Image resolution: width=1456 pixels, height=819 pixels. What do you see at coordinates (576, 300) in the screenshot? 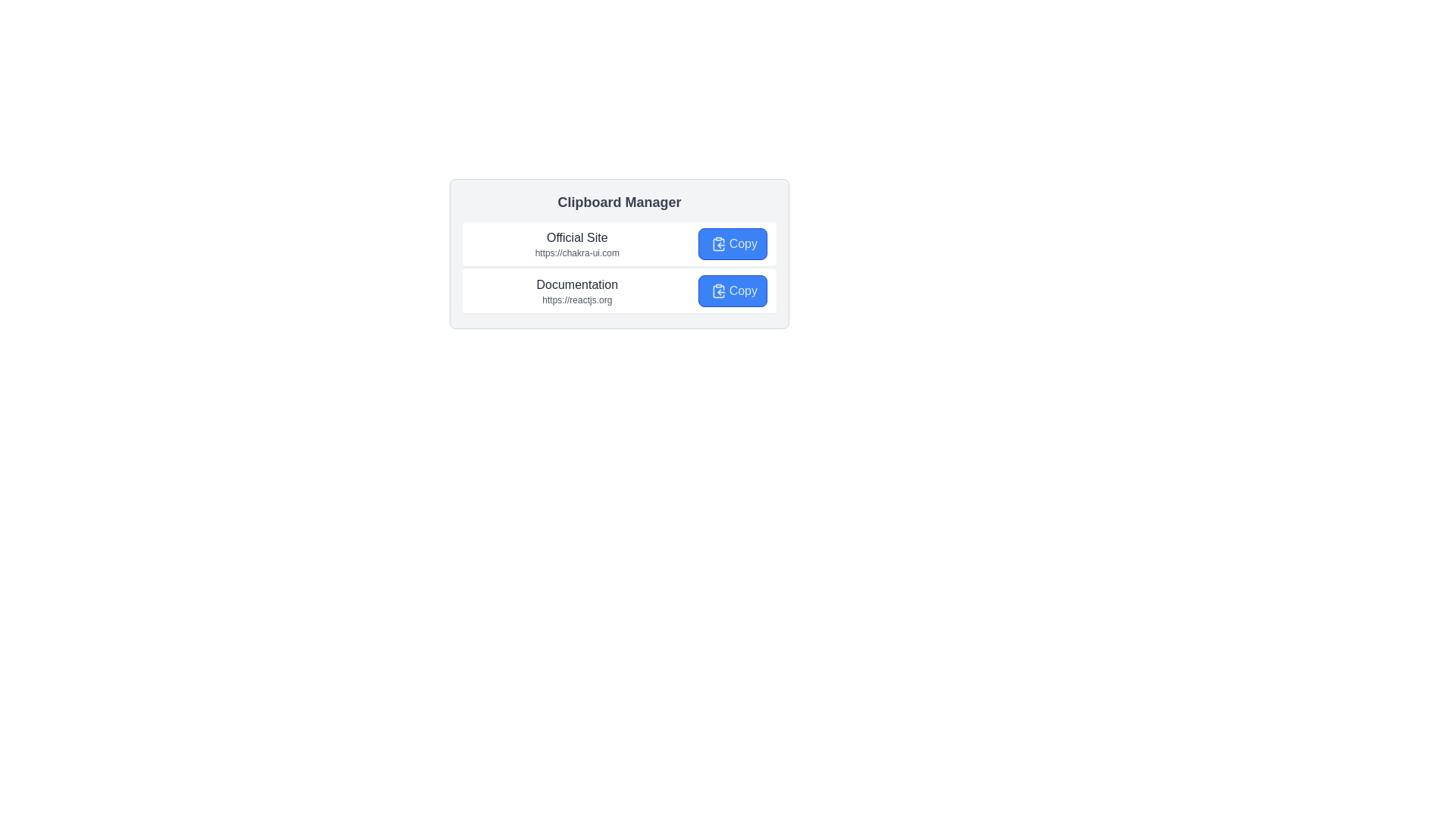
I see `the informational text label displaying the URL 'https://reactjs.org', which is located below the 'Documentation' label in the 'Clipboard Manager' section` at bounding box center [576, 300].